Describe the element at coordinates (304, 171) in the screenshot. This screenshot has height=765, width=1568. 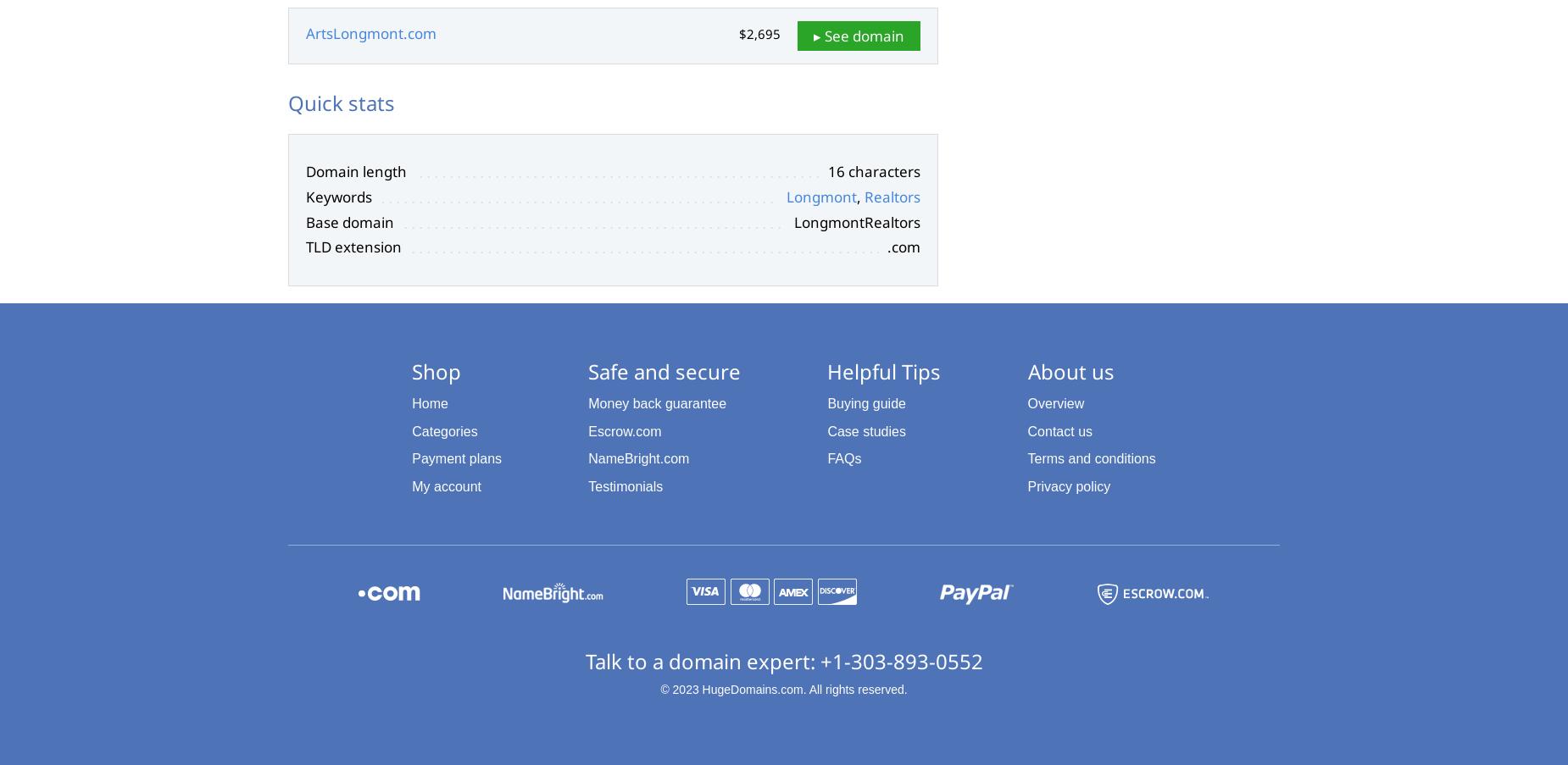
I see `'Domain length'` at that location.